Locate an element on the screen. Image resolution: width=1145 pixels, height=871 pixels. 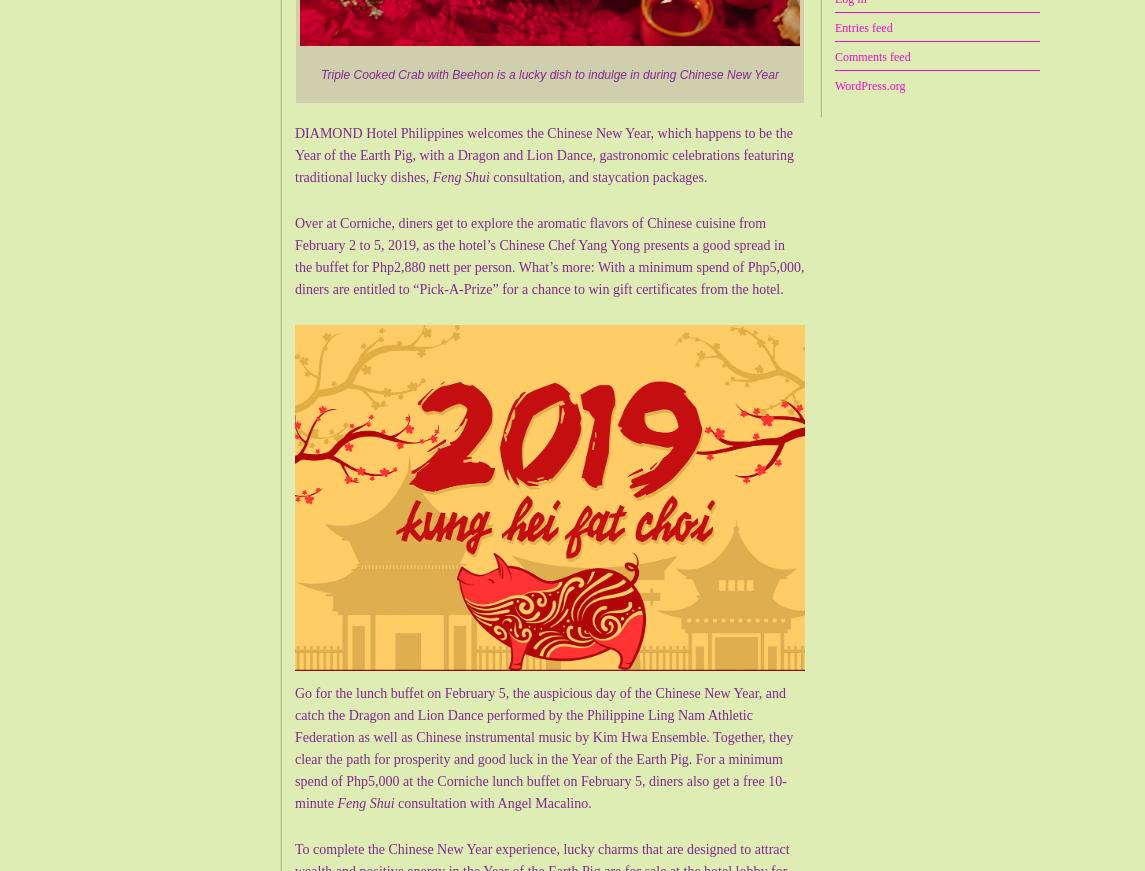
'Over at Corniche, diners get to explore the aromatic flavors of Chinese cuisine from February 2 to 5, 2019, as the hotel’s Chinese Chef Yang Yong presents a good spread in the buffet for Php2,880 nett per person. What’s more: With a minimum spend of Php5,000, diners are entitled to “Pick-A-Prize” for a chance to win gift certificates from the hotel.' is located at coordinates (549, 256).